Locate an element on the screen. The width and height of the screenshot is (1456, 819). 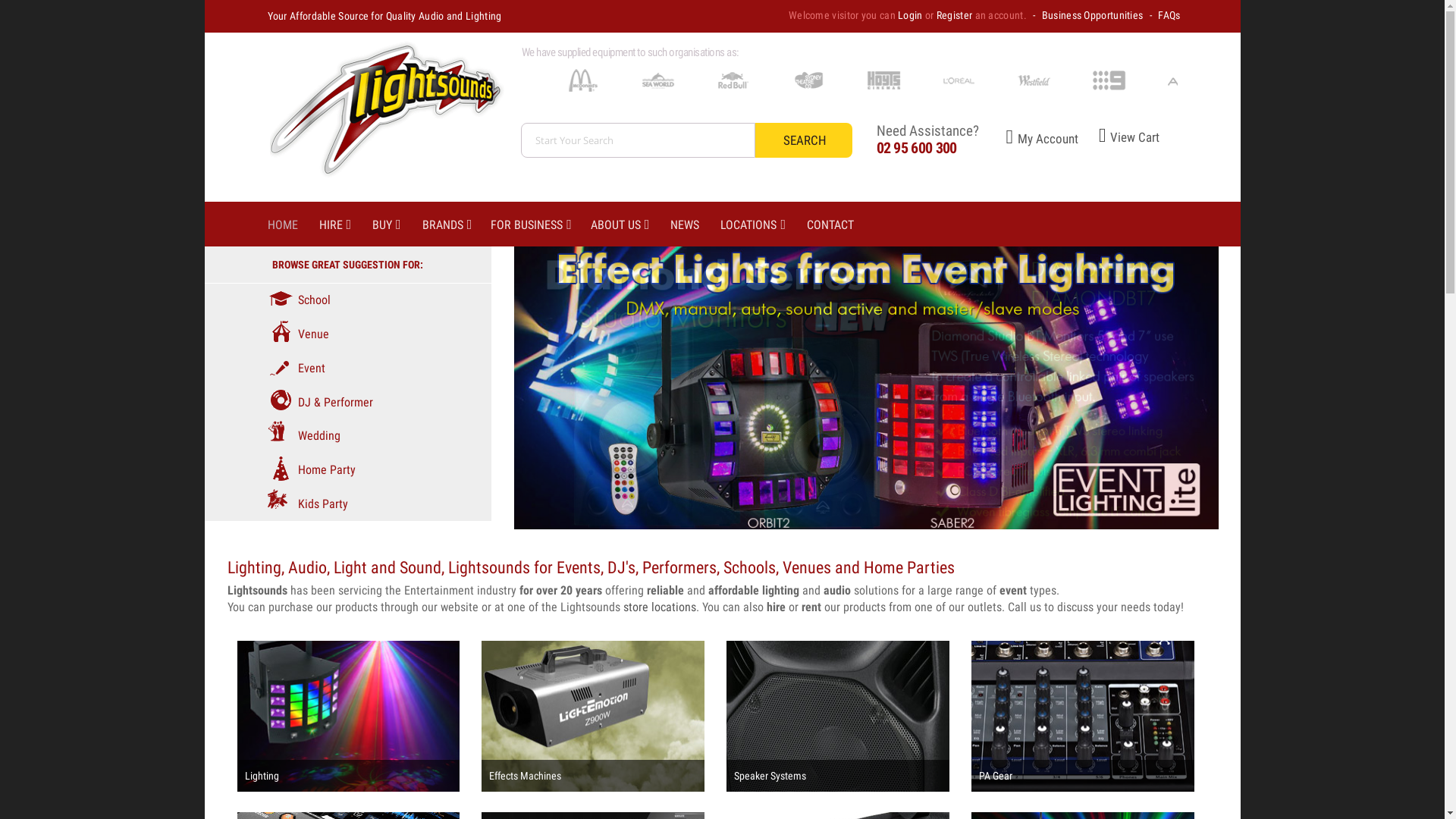
'Login' is located at coordinates (910, 14).